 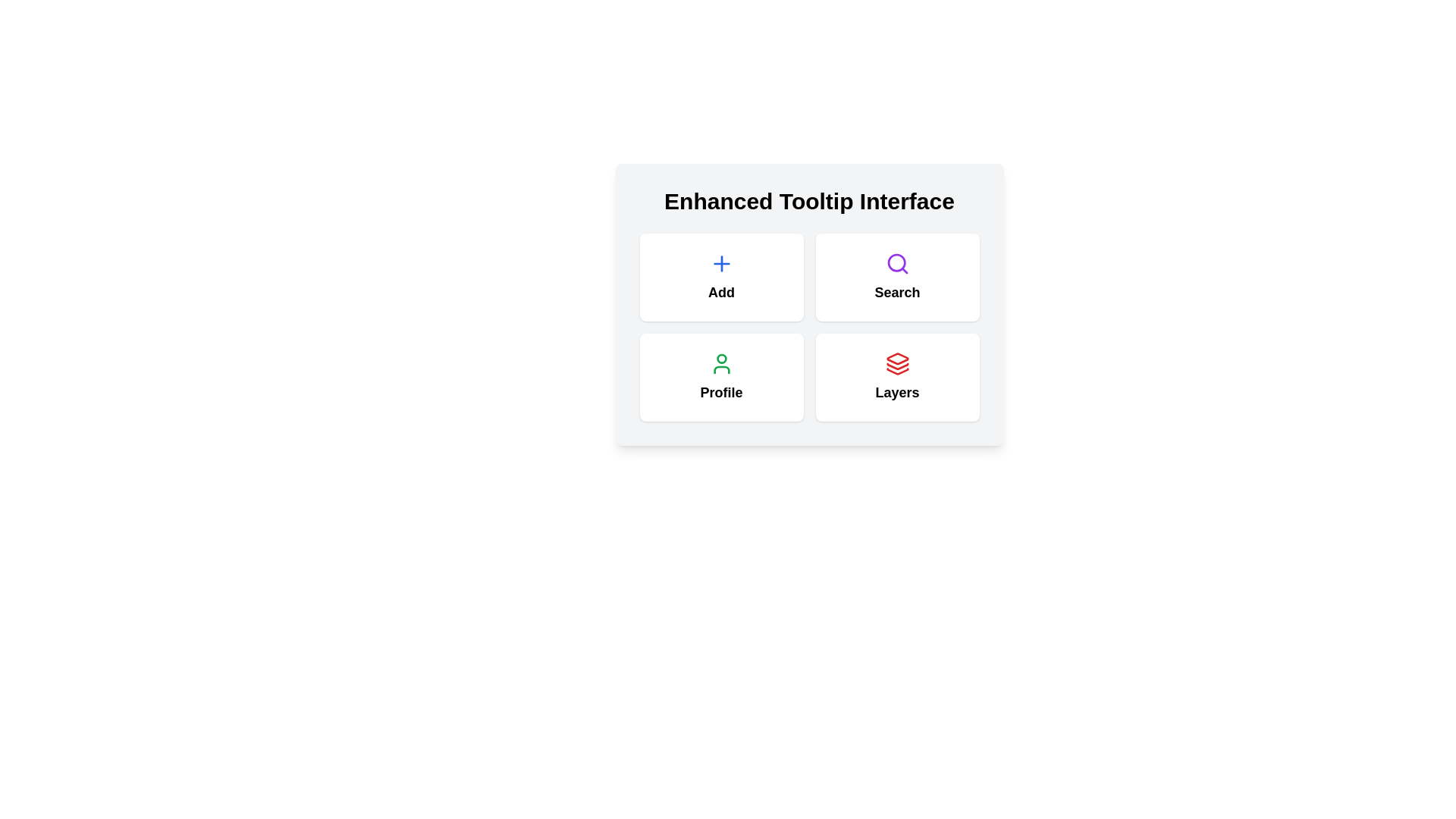 What do you see at coordinates (720, 292) in the screenshot?
I see `the bold sans-serif styled text label displaying the word 'Add', which is centrally aligned and located in the top-left quadrant of the grid buttons under 'Enhanced Tooltip Interface'` at bounding box center [720, 292].